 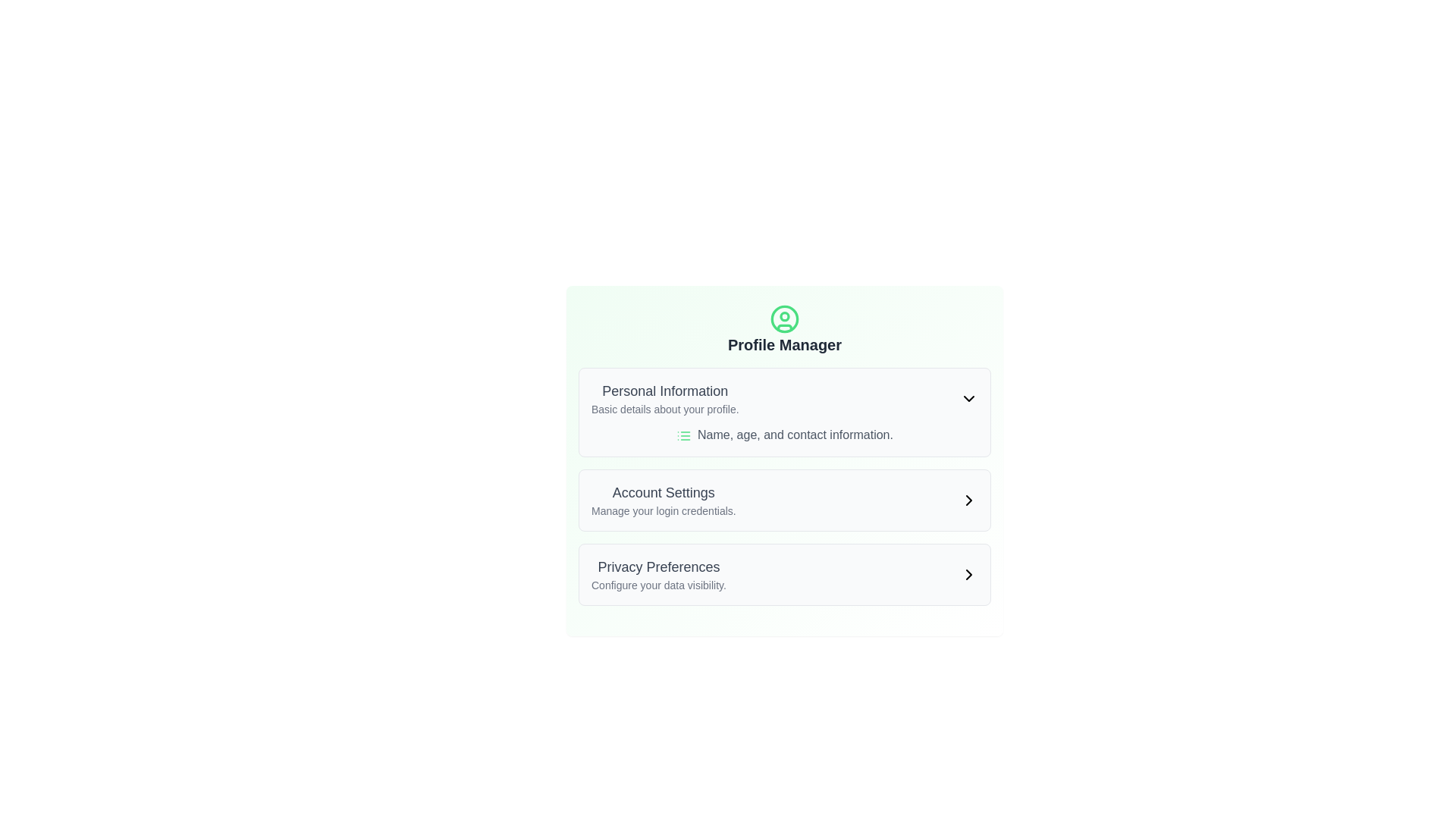 What do you see at coordinates (665, 397) in the screenshot?
I see `the 'Personal Information' text block, which is part of the first card under 'Profile Manager' and displays the heading in a larger, bold font` at bounding box center [665, 397].